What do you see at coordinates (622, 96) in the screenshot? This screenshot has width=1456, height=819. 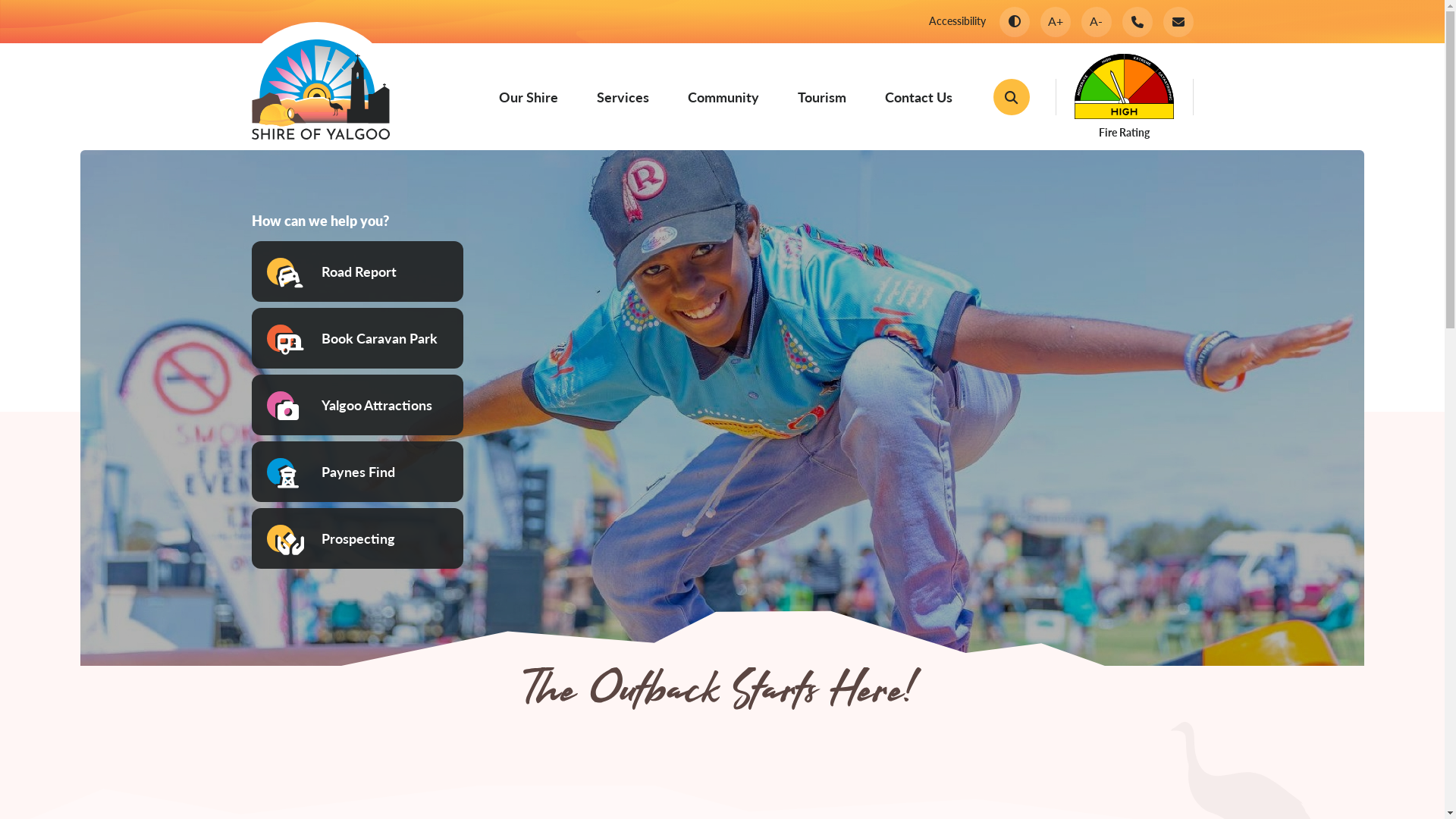 I see `'Services'` at bounding box center [622, 96].